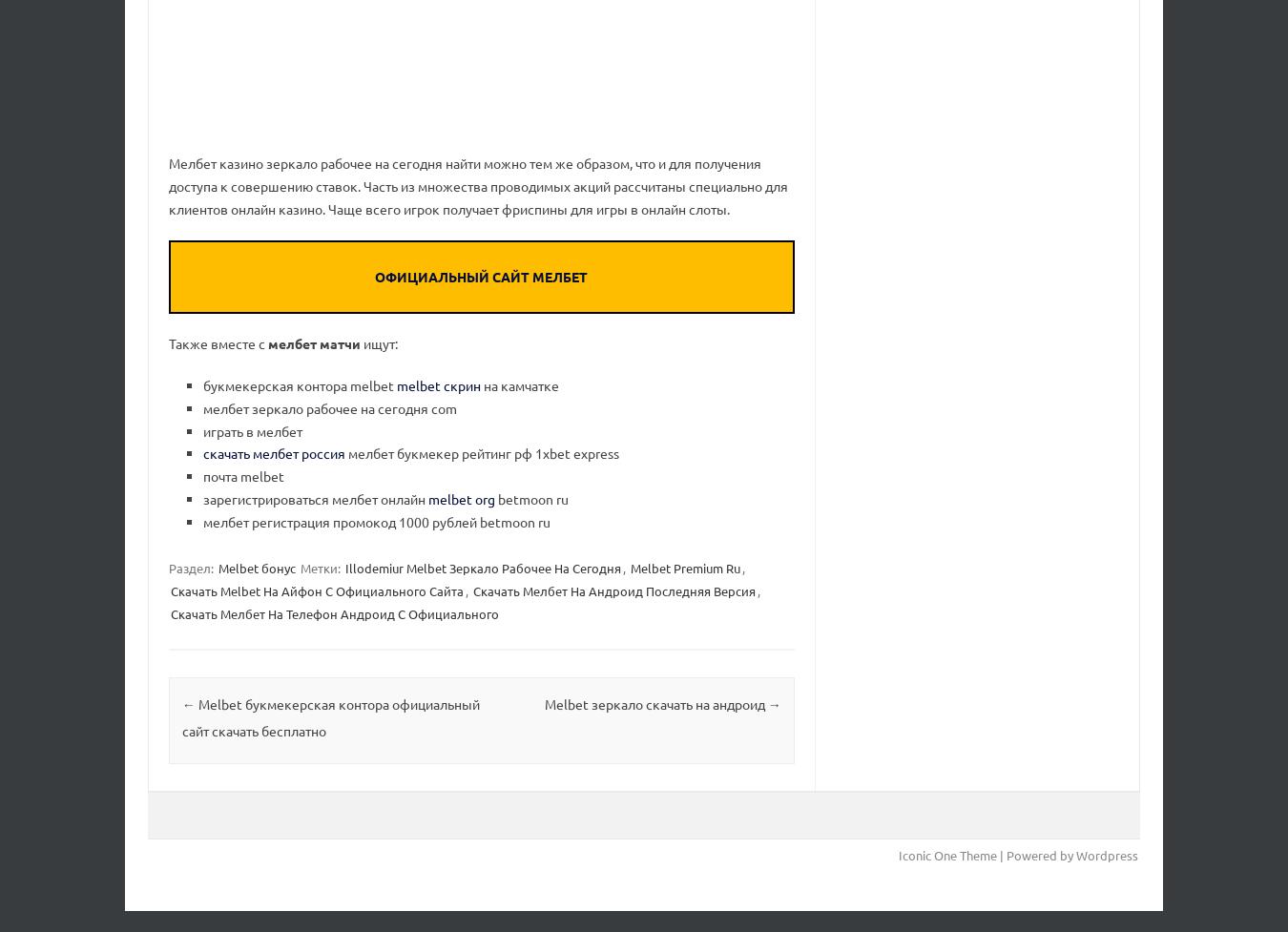  Describe the element at coordinates (543, 703) in the screenshot. I see `'Melbet зеркало скачать на андроид'` at that location.